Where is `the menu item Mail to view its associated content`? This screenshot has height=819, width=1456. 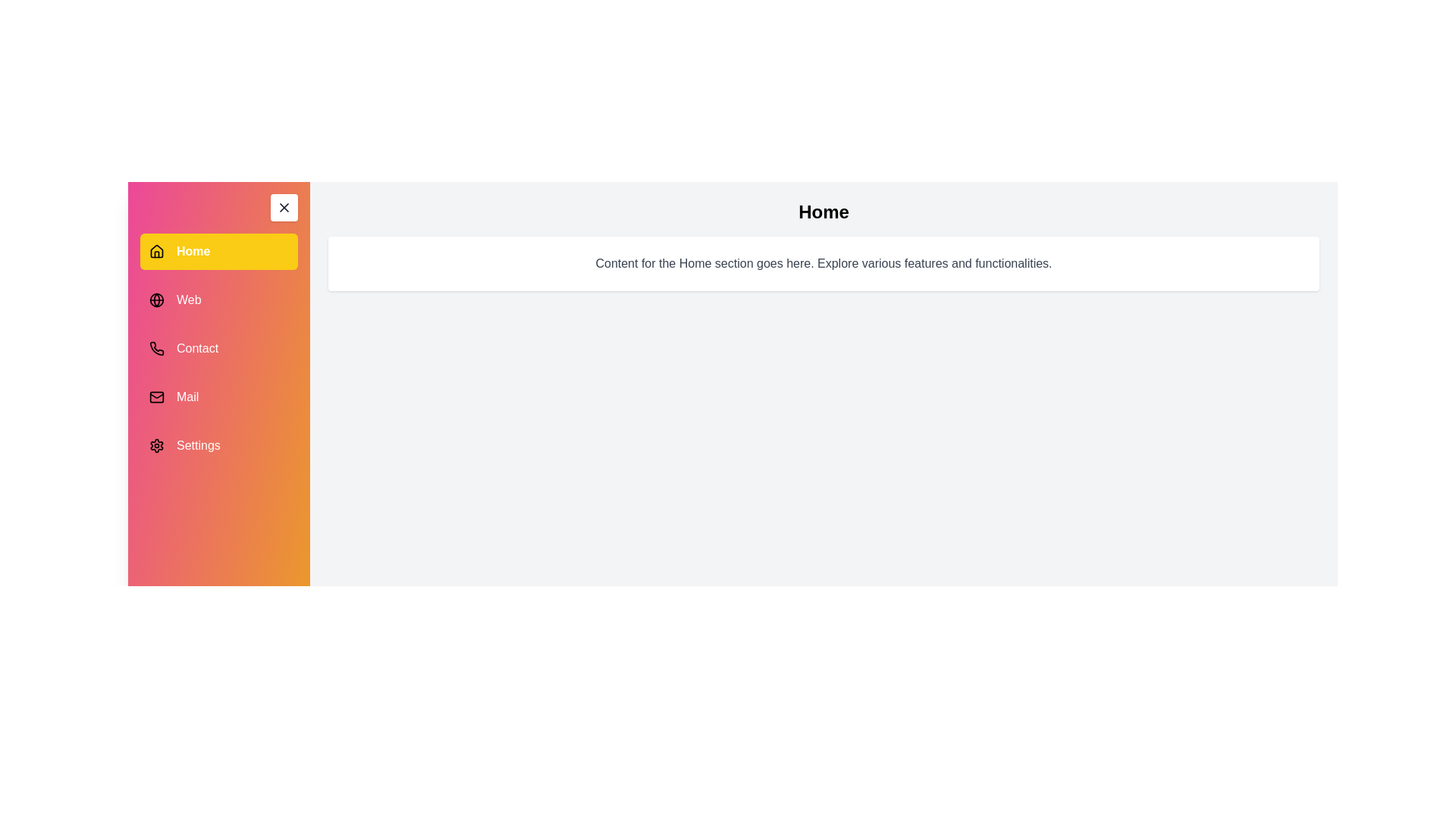
the menu item Mail to view its associated content is located at coordinates (218, 397).